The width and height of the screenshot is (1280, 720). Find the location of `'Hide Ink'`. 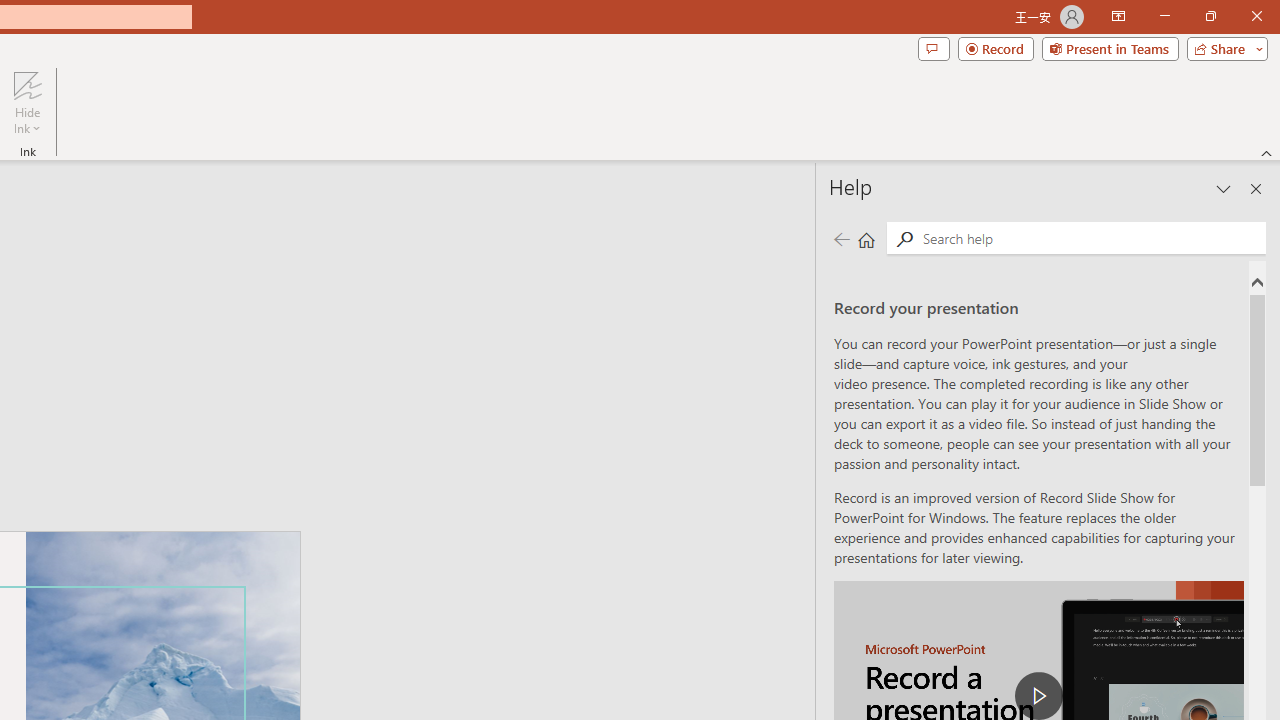

'Hide Ink' is located at coordinates (27, 103).